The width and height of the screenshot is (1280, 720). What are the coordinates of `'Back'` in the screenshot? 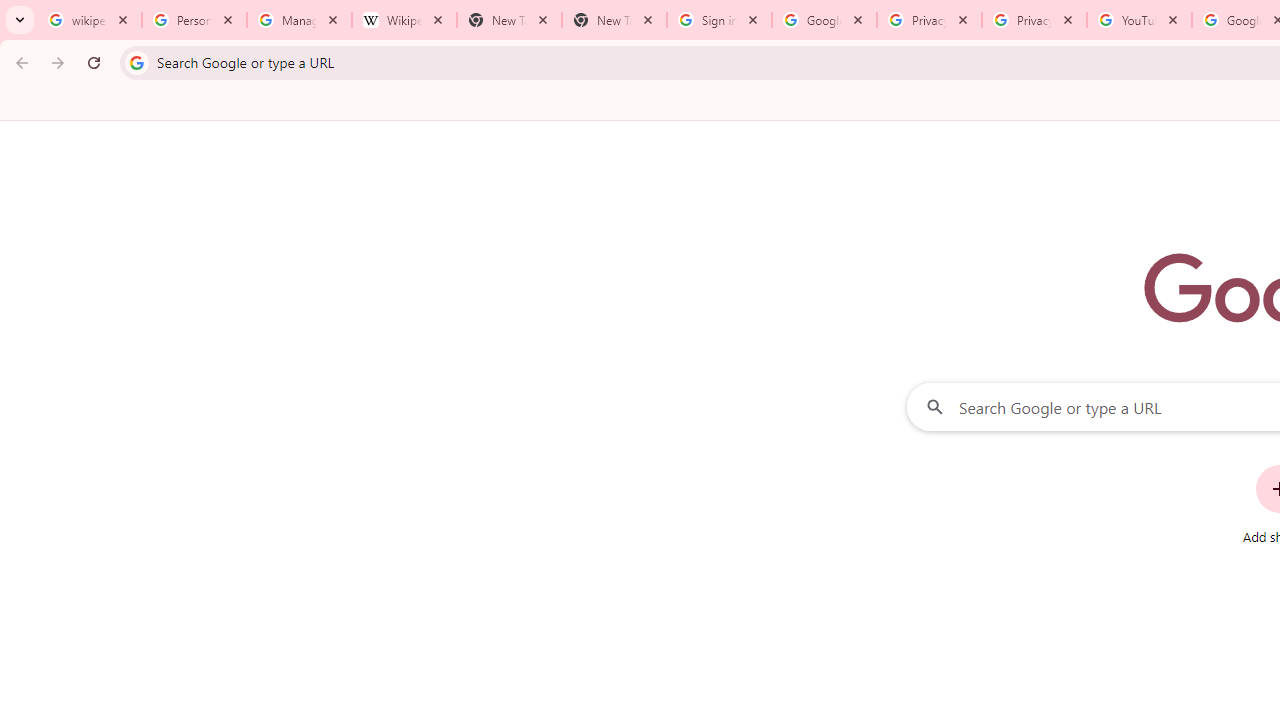 It's located at (19, 61).